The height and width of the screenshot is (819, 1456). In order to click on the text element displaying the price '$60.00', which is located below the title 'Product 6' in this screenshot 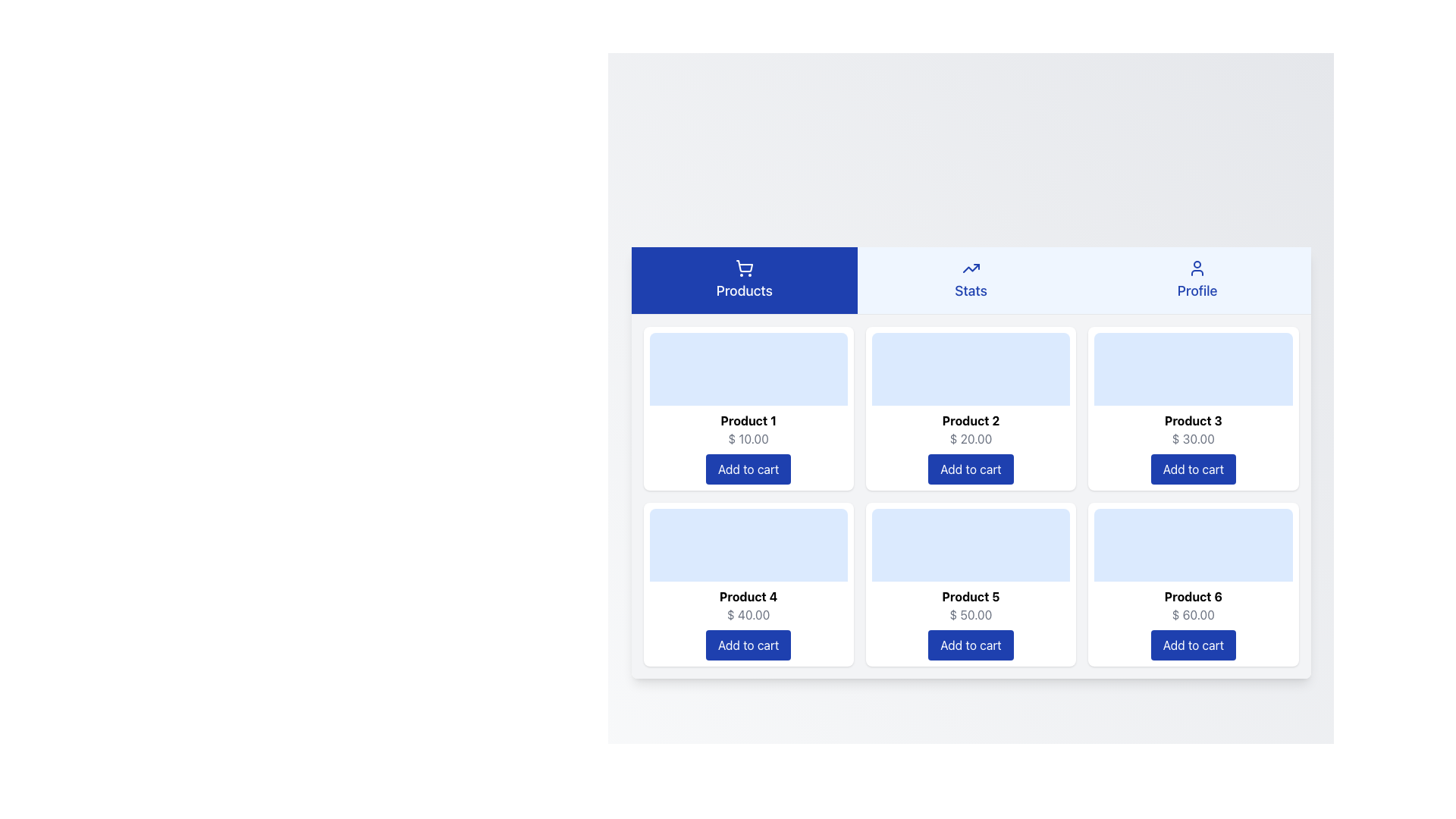, I will do `click(1192, 614)`.